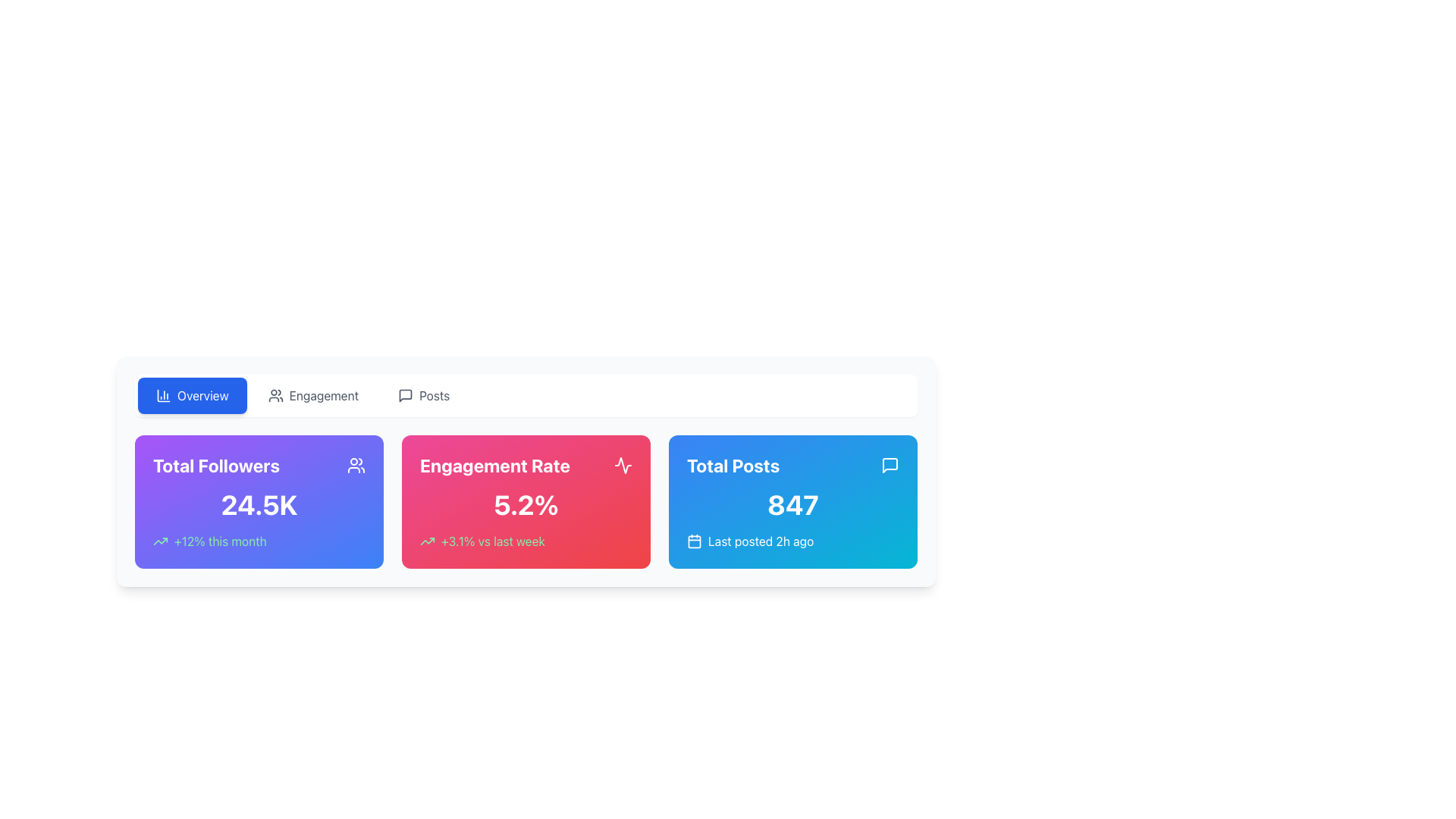 This screenshot has width=1456, height=819. I want to click on the meaning of the label that serves as a header for the section titled 'Total Followers', positioned above the numerical display, so click(259, 464).